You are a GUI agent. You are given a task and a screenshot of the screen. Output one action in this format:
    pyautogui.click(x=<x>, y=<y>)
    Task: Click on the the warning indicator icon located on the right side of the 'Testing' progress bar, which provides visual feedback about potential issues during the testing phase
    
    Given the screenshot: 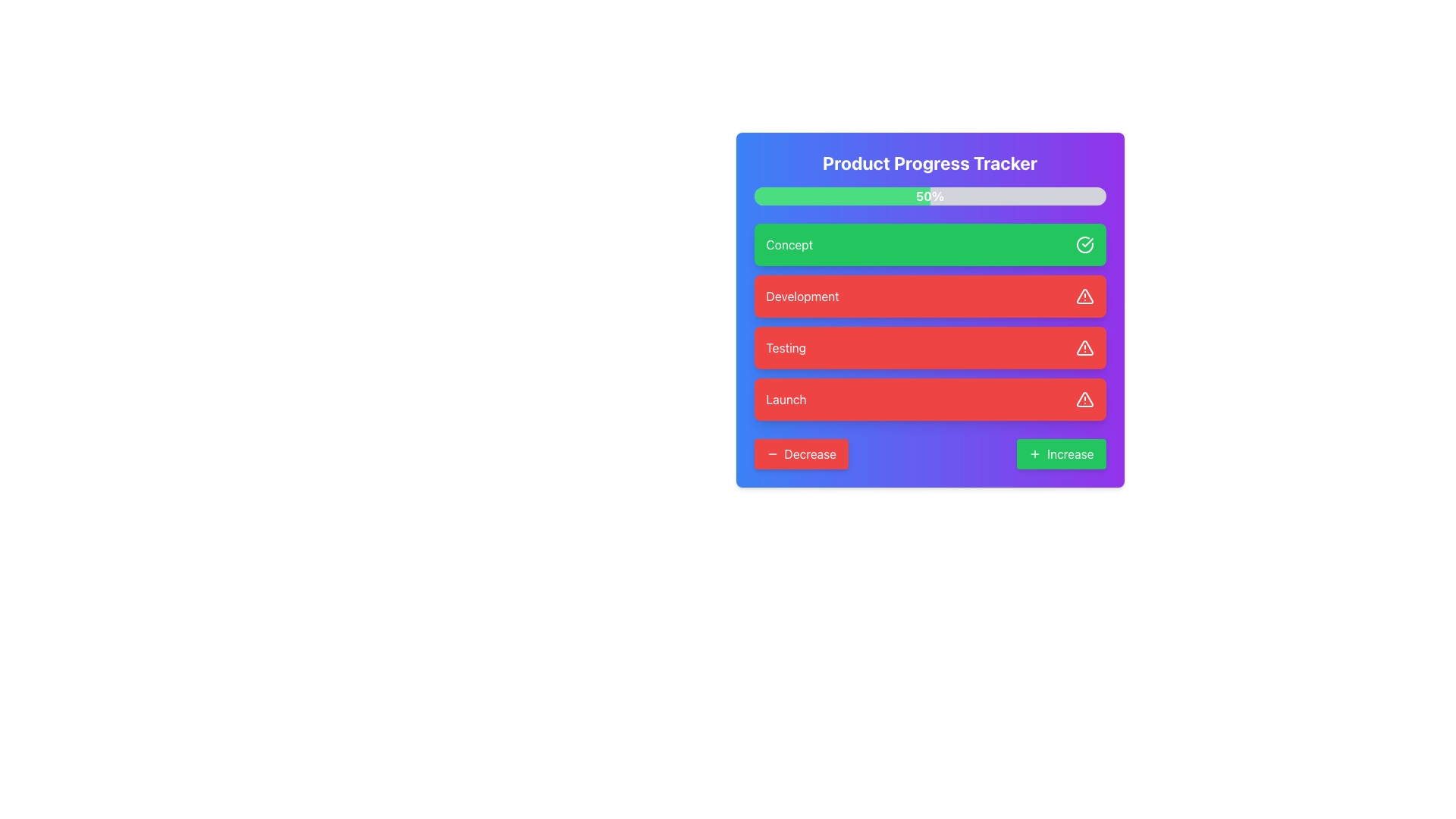 What is the action you would take?
    pyautogui.click(x=1084, y=347)
    